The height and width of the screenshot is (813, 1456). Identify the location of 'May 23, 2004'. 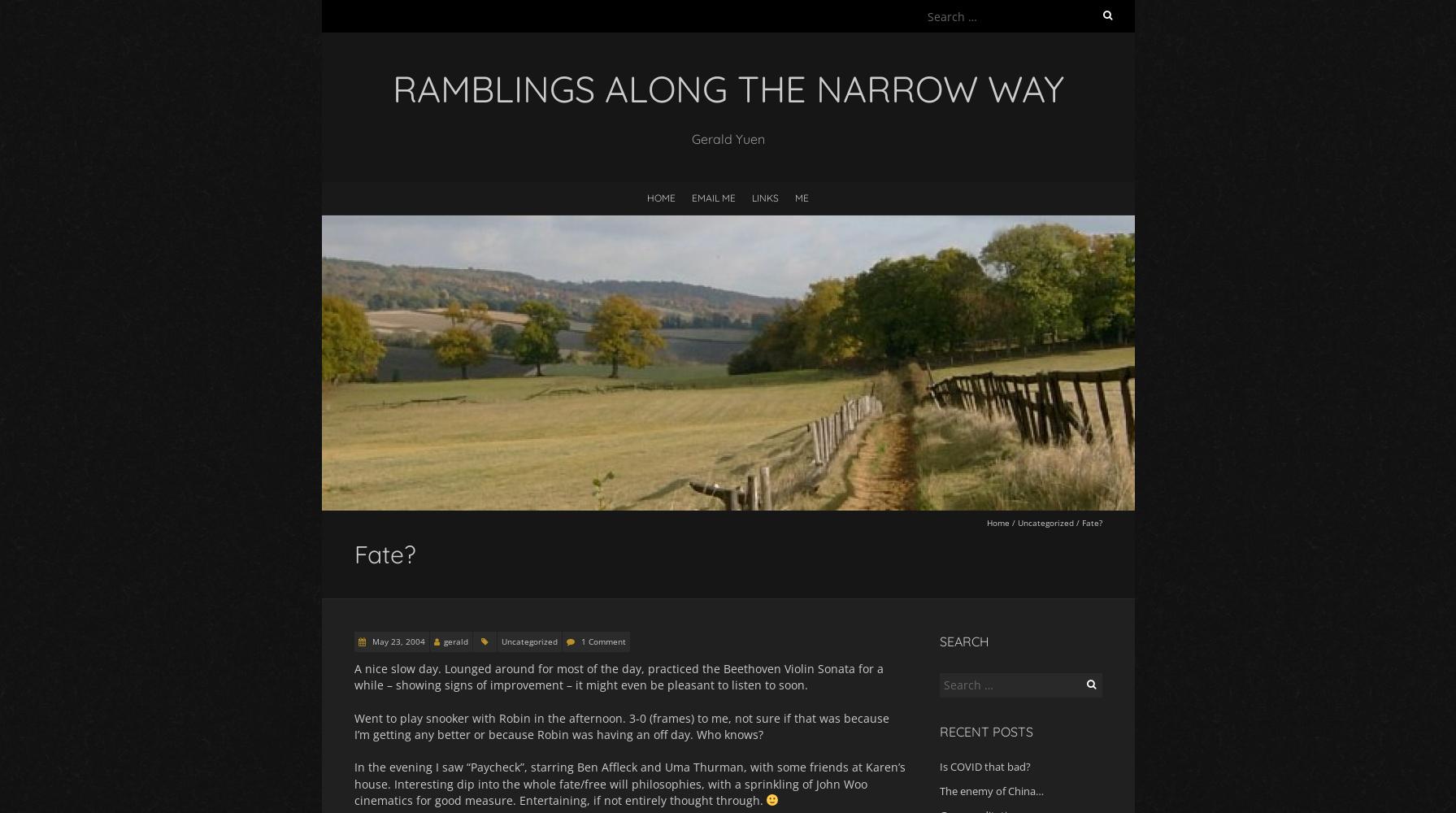
(397, 641).